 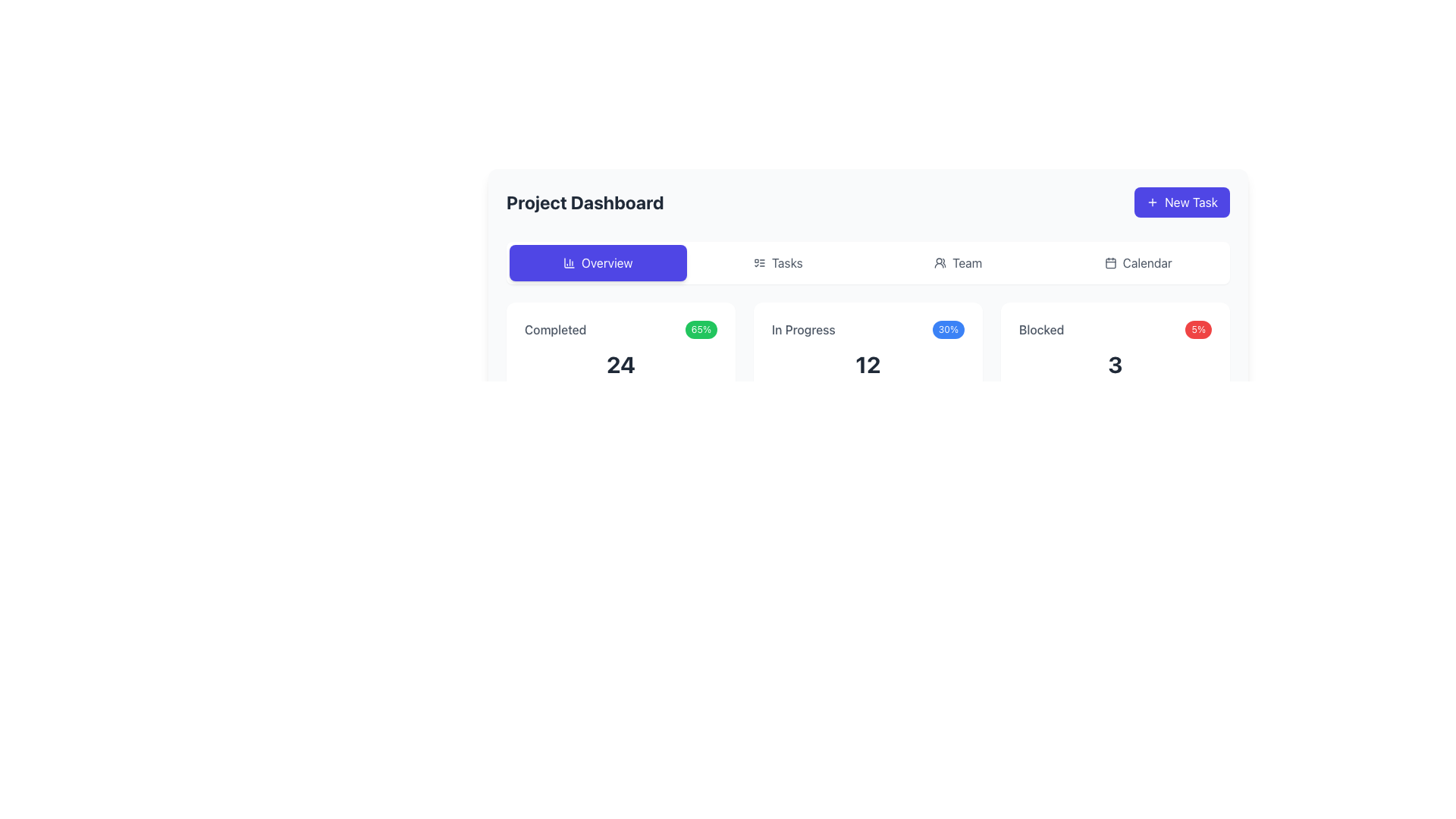 What do you see at coordinates (957, 262) in the screenshot?
I see `the 'Team' button located in the navigation bar, which is the third option among 'Overview', 'Tasks', and 'Calendar'` at bounding box center [957, 262].